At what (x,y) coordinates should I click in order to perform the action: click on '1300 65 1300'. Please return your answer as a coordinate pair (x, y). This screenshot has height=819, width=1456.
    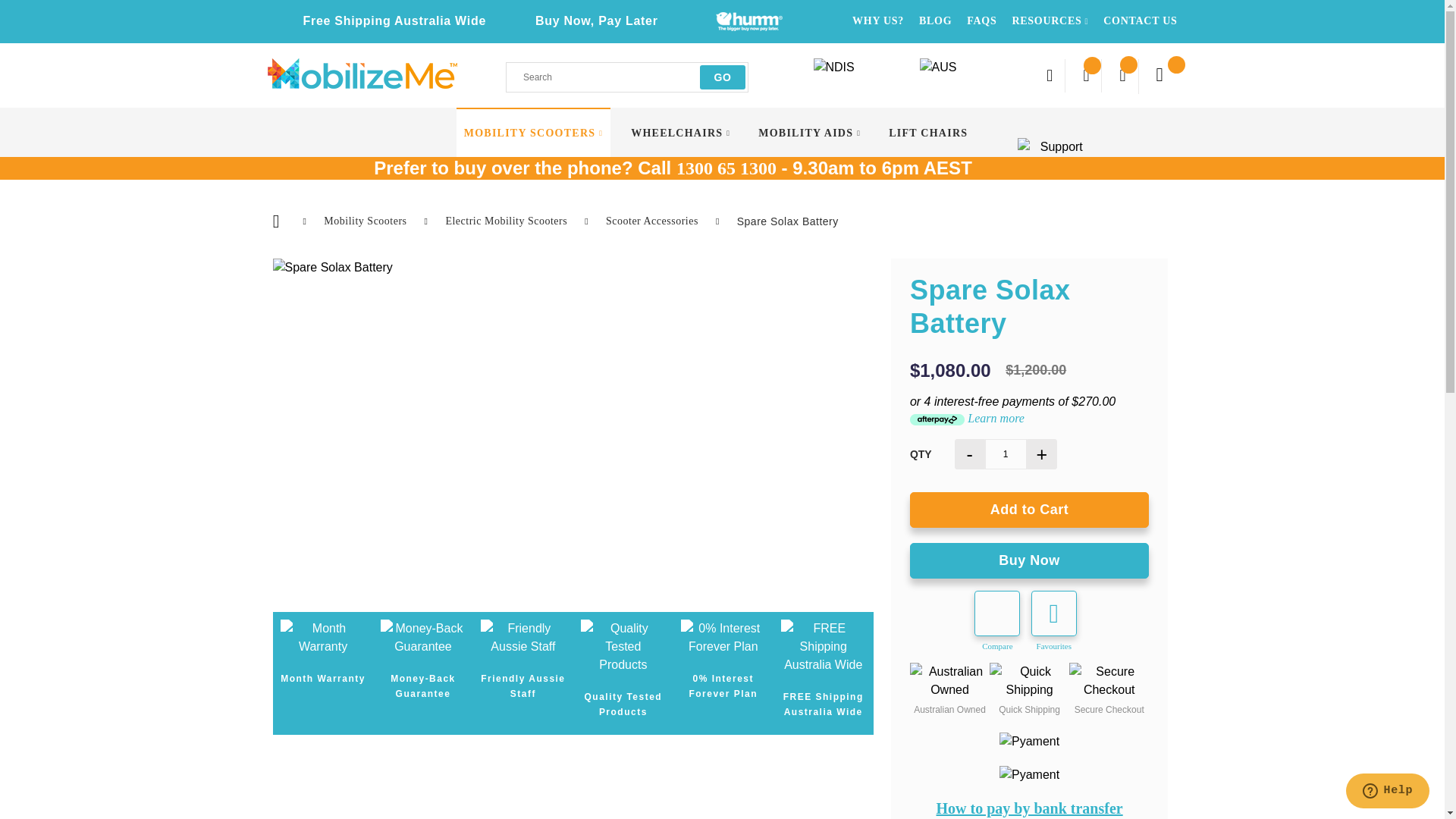
    Looking at the image, I should click on (726, 168).